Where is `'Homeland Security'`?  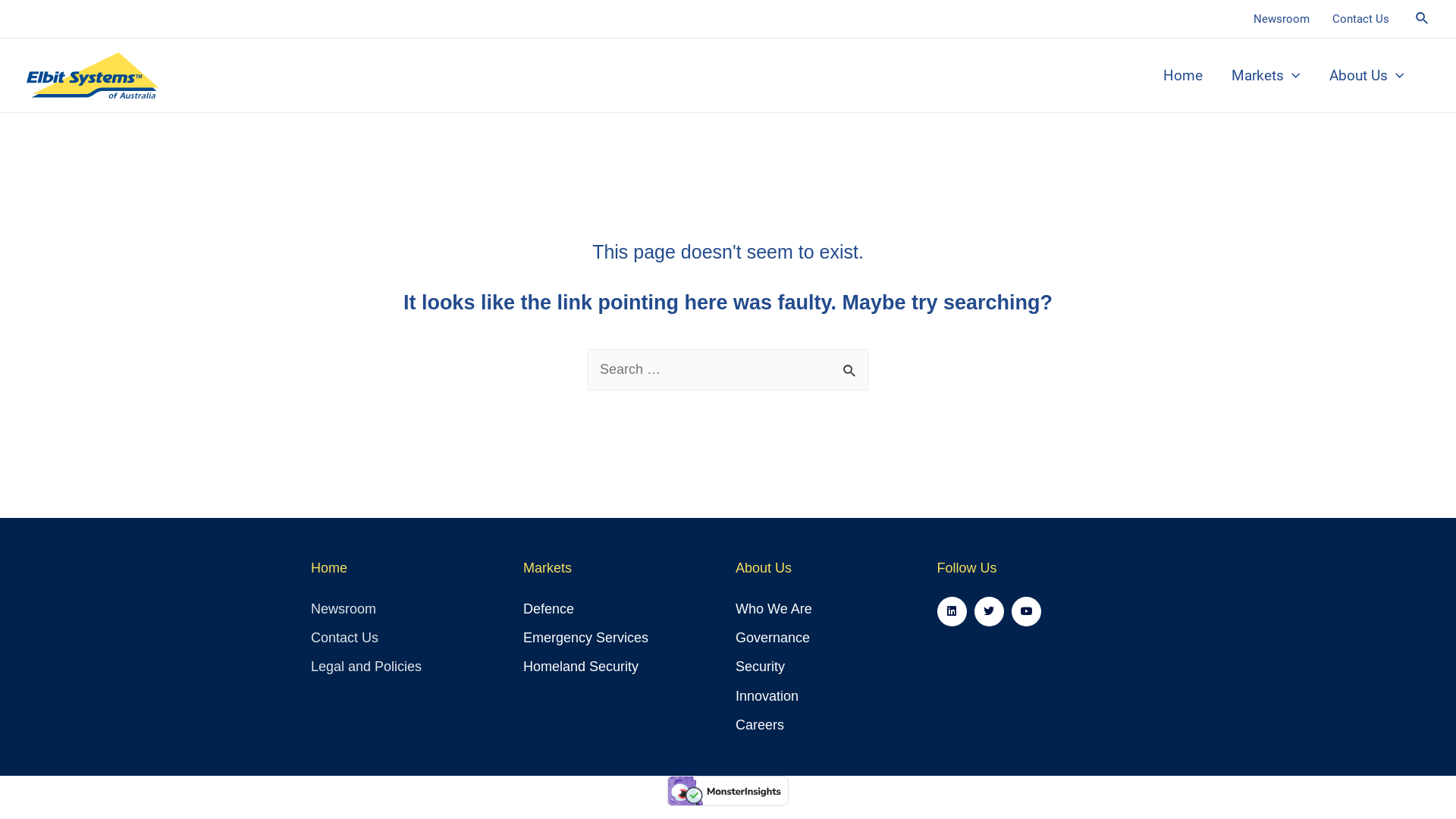 'Homeland Security' is located at coordinates (622, 666).